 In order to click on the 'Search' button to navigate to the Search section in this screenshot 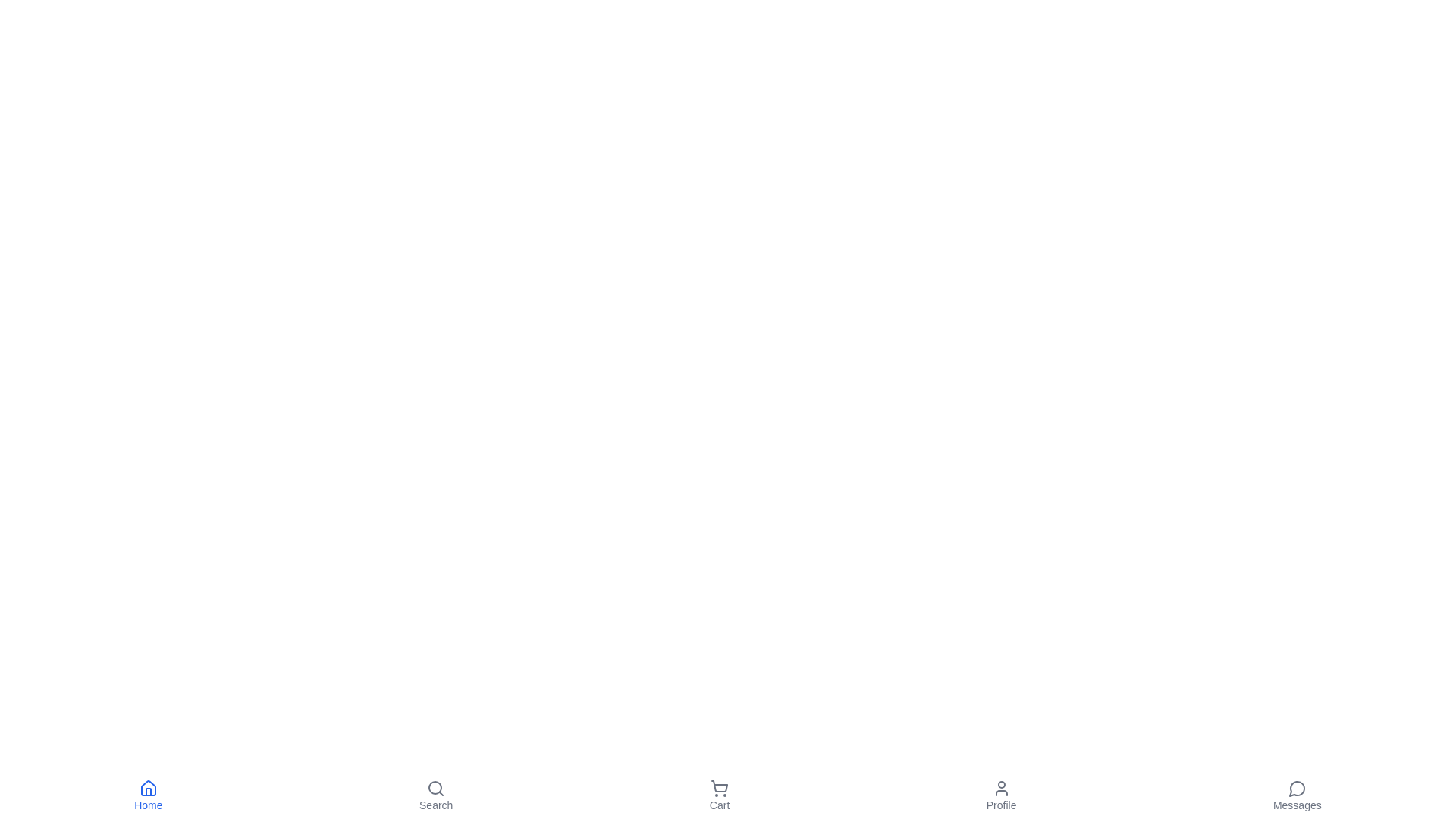, I will do `click(435, 795)`.